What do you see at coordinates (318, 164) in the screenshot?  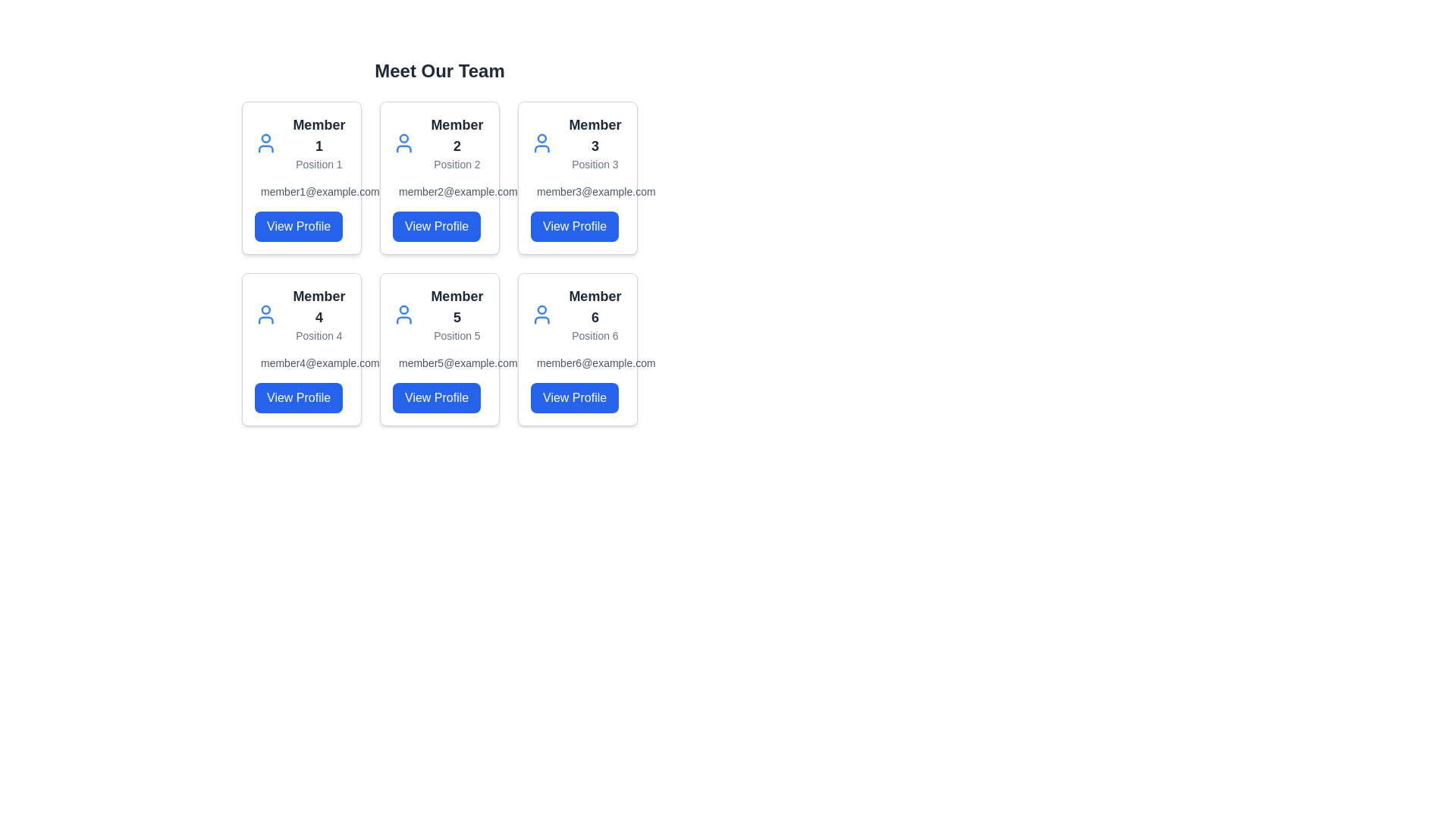 I see `the static text label displaying the position or role associated with 'Member 1' in the top-left card of the team grid` at bounding box center [318, 164].